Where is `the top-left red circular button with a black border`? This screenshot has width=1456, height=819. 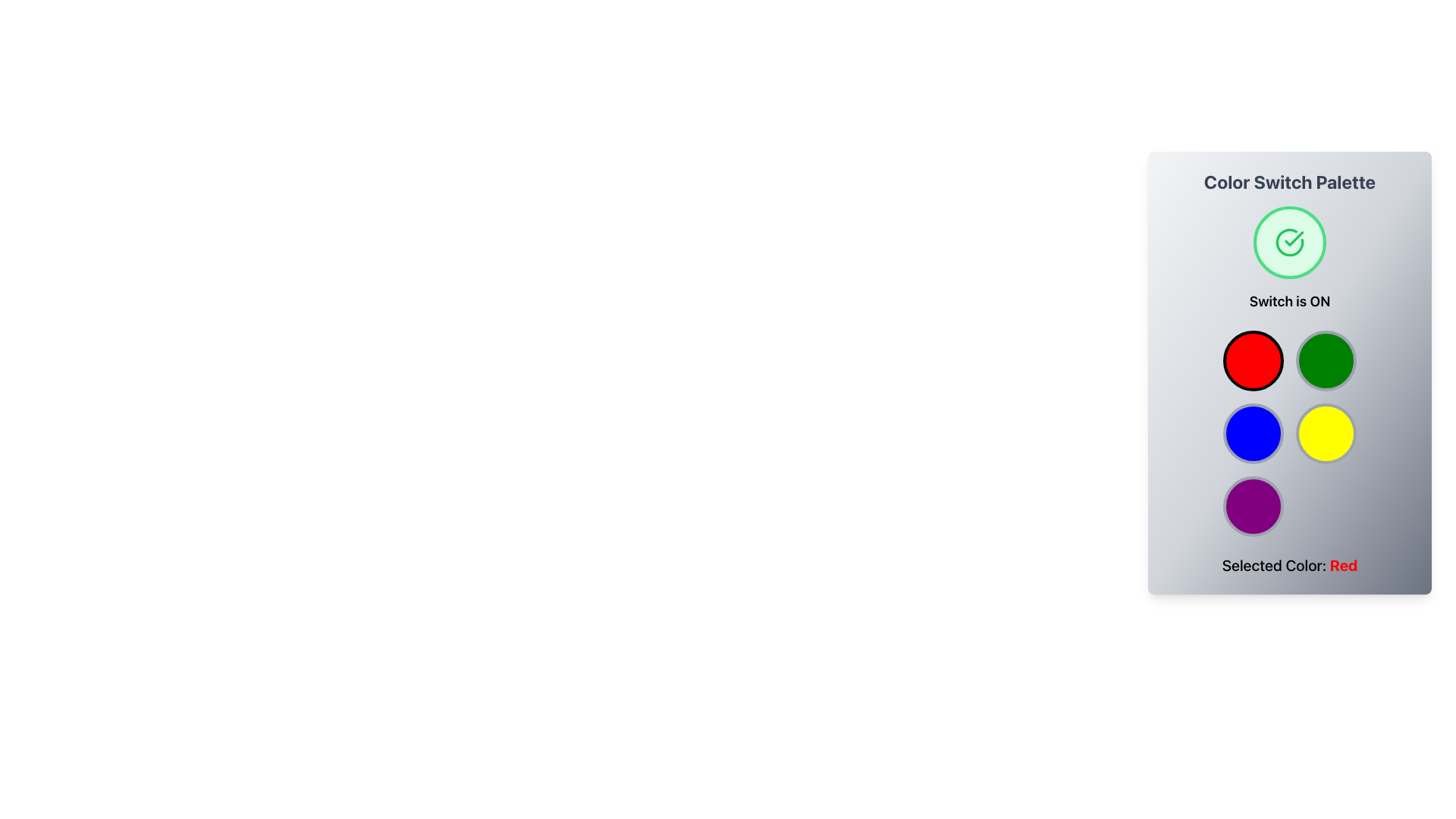
the top-left red circular button with a black border is located at coordinates (1253, 360).